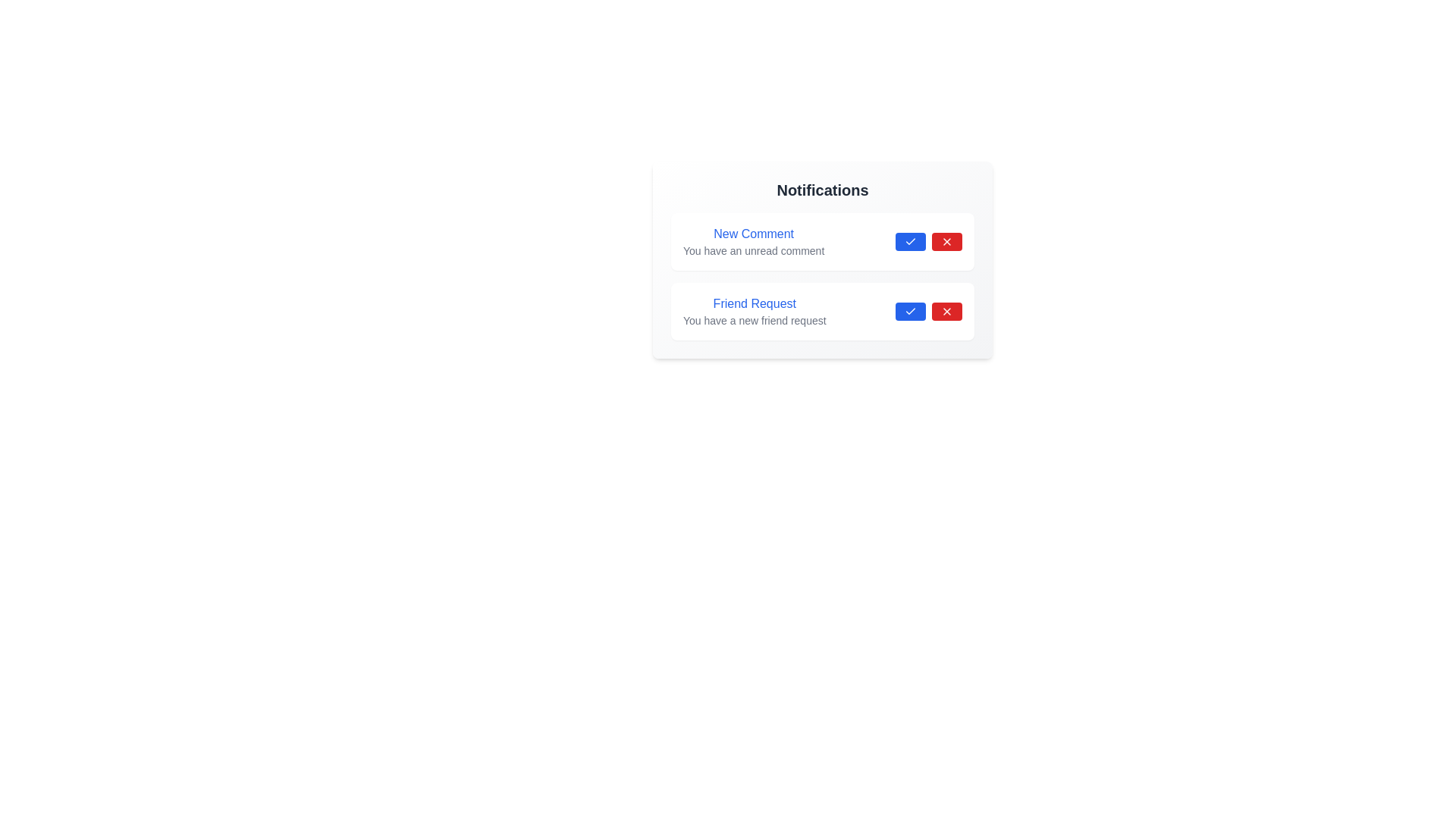 The width and height of the screenshot is (1456, 819). I want to click on the text display that informs the user about a new friend request, located in the second notification card of the notifications list, so click(755, 311).